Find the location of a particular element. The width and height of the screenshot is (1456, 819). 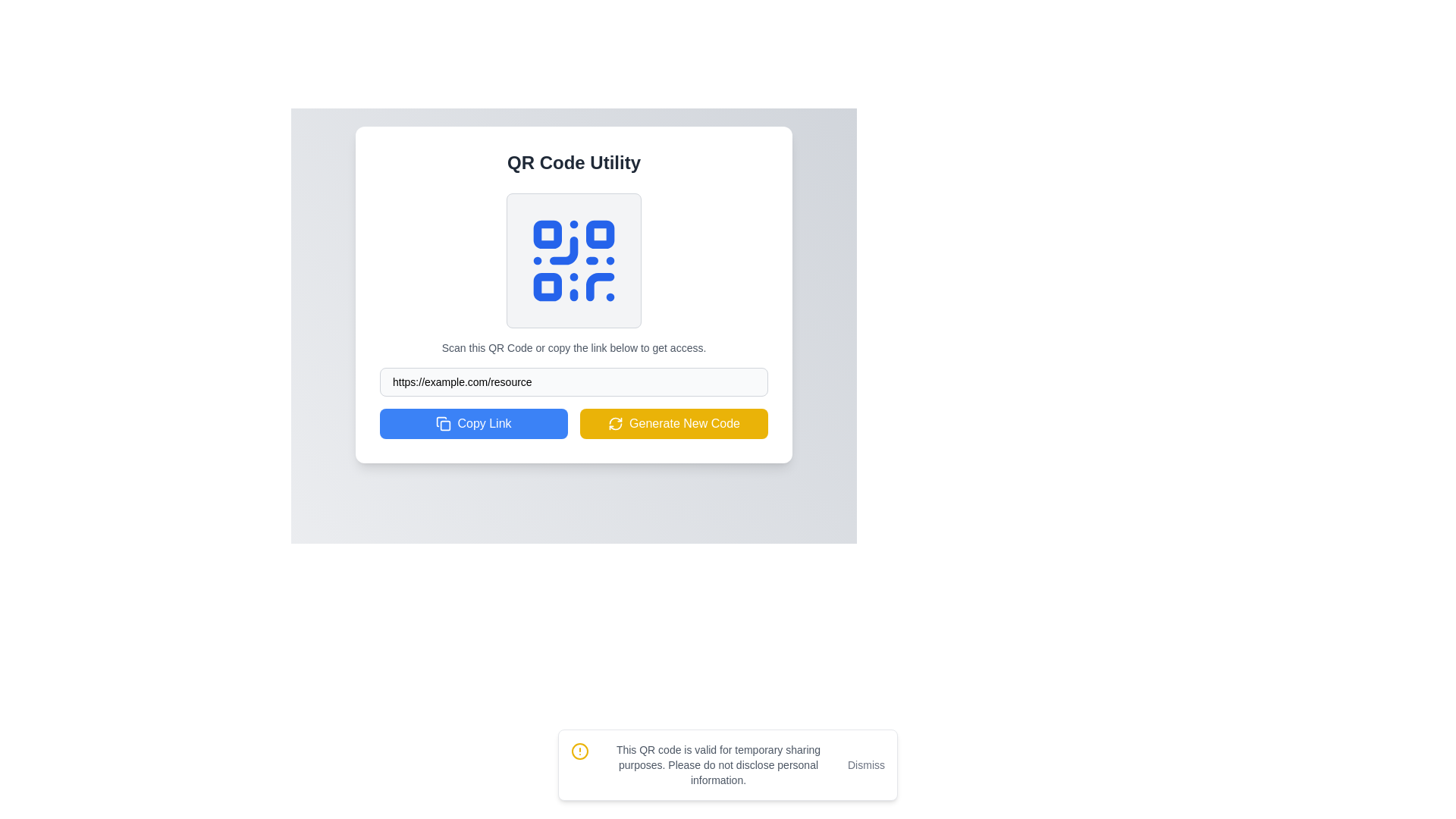

the bottom-left square node of the QR code graphic, which is part of the scannable QR code design is located at coordinates (547, 287).